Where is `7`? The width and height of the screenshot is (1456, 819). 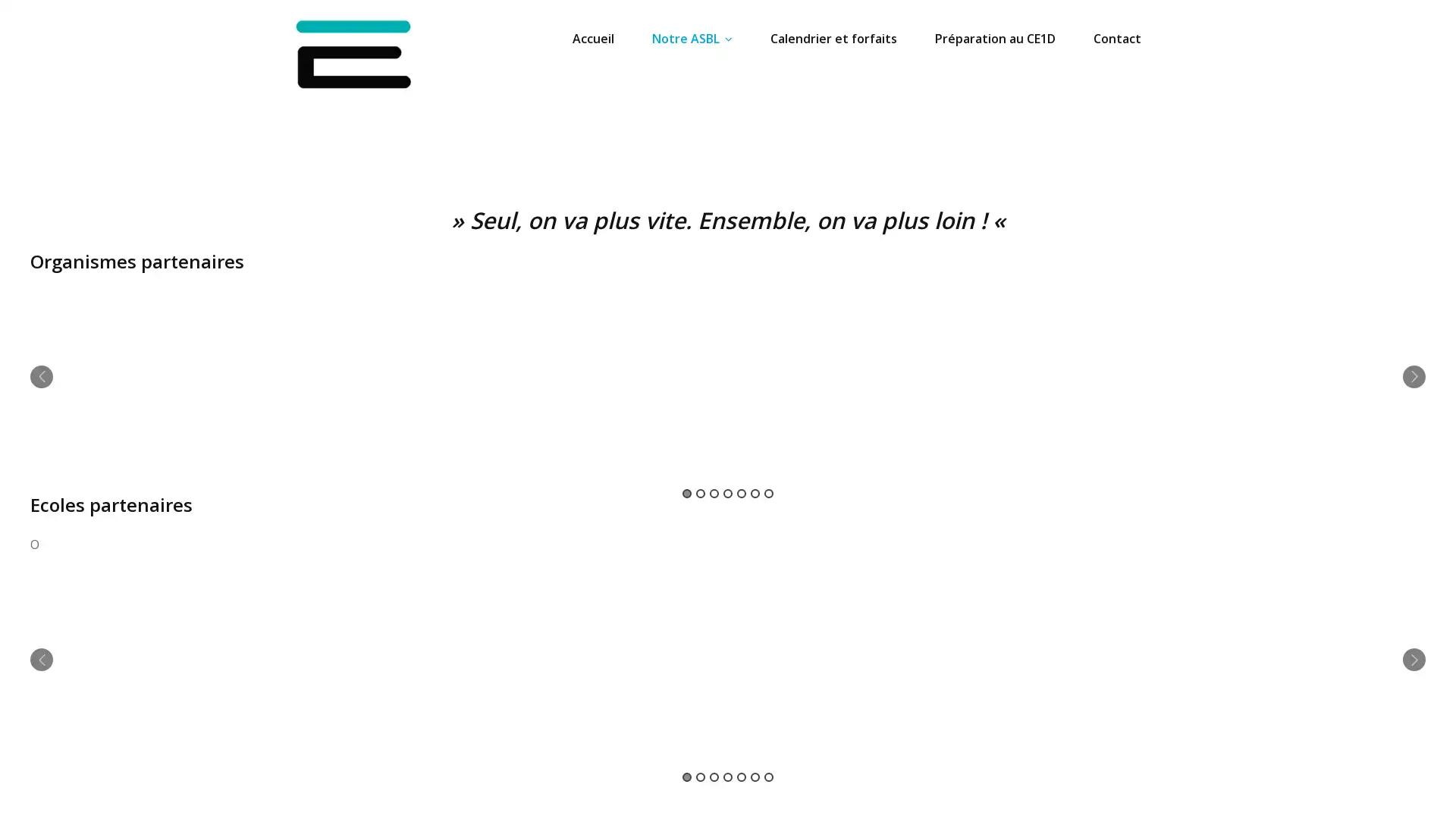 7 is located at coordinates (768, 776).